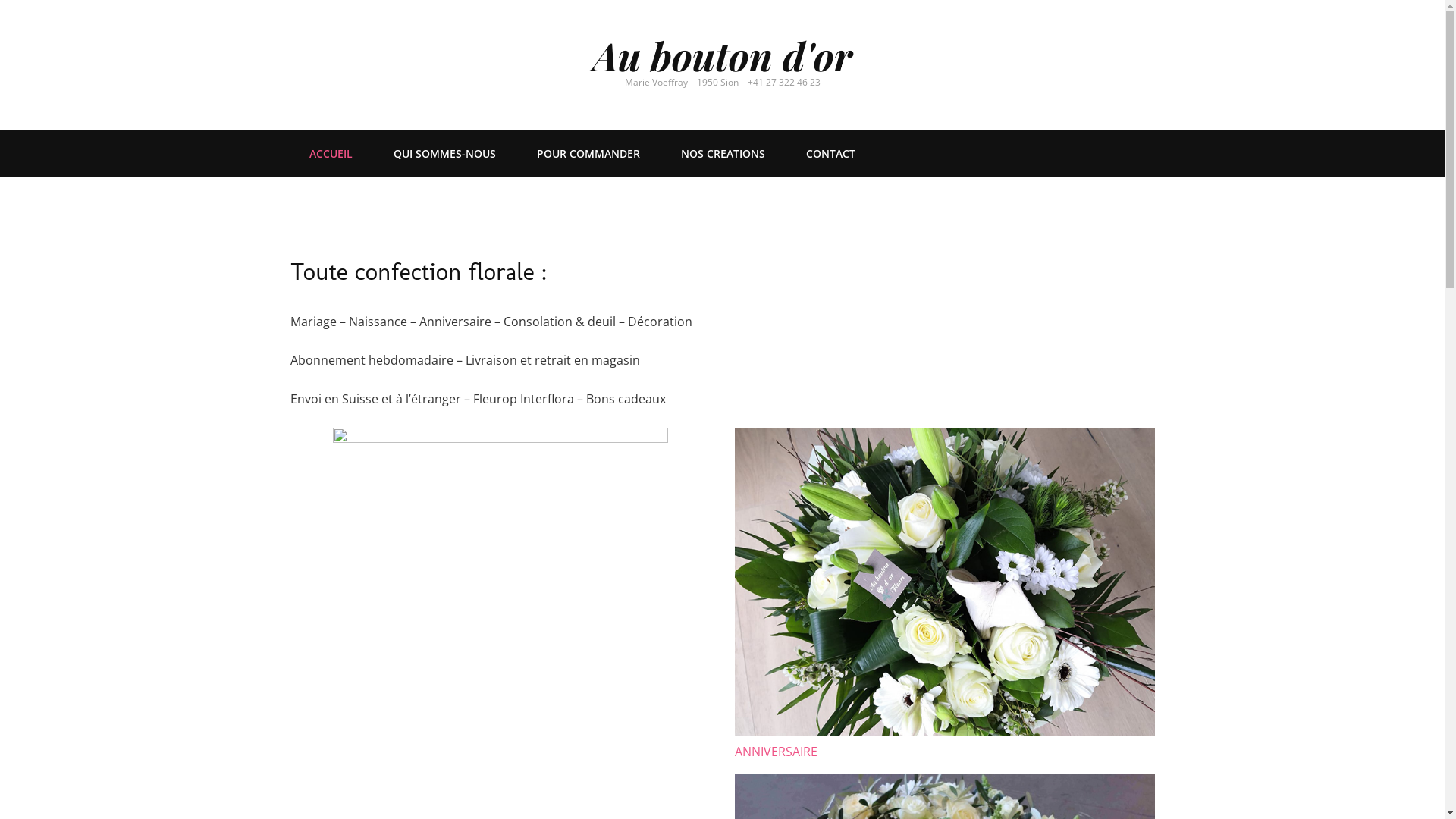  What do you see at coordinates (829, 154) in the screenshot?
I see `'CONTACT'` at bounding box center [829, 154].